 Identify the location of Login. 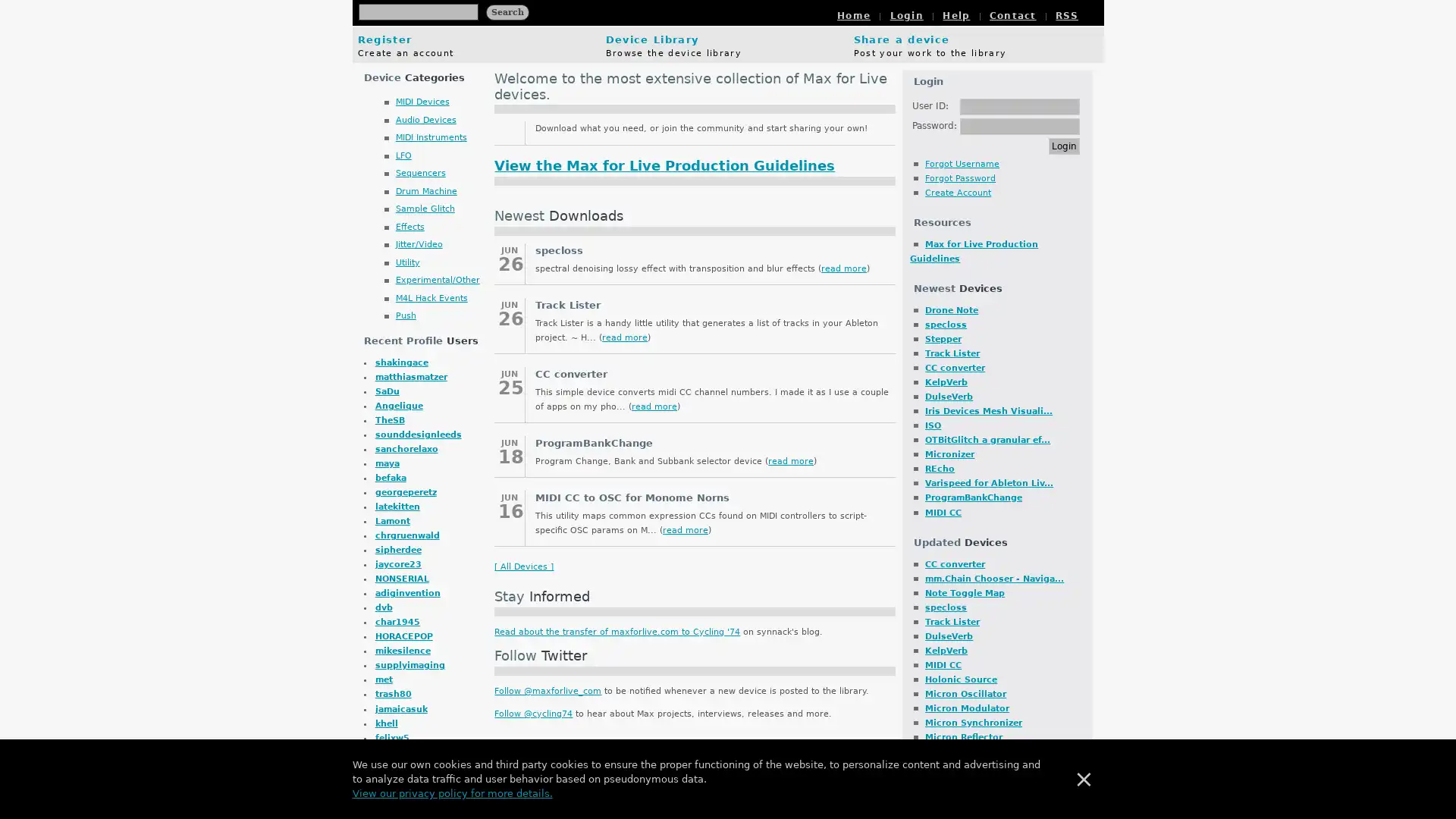
(1063, 146).